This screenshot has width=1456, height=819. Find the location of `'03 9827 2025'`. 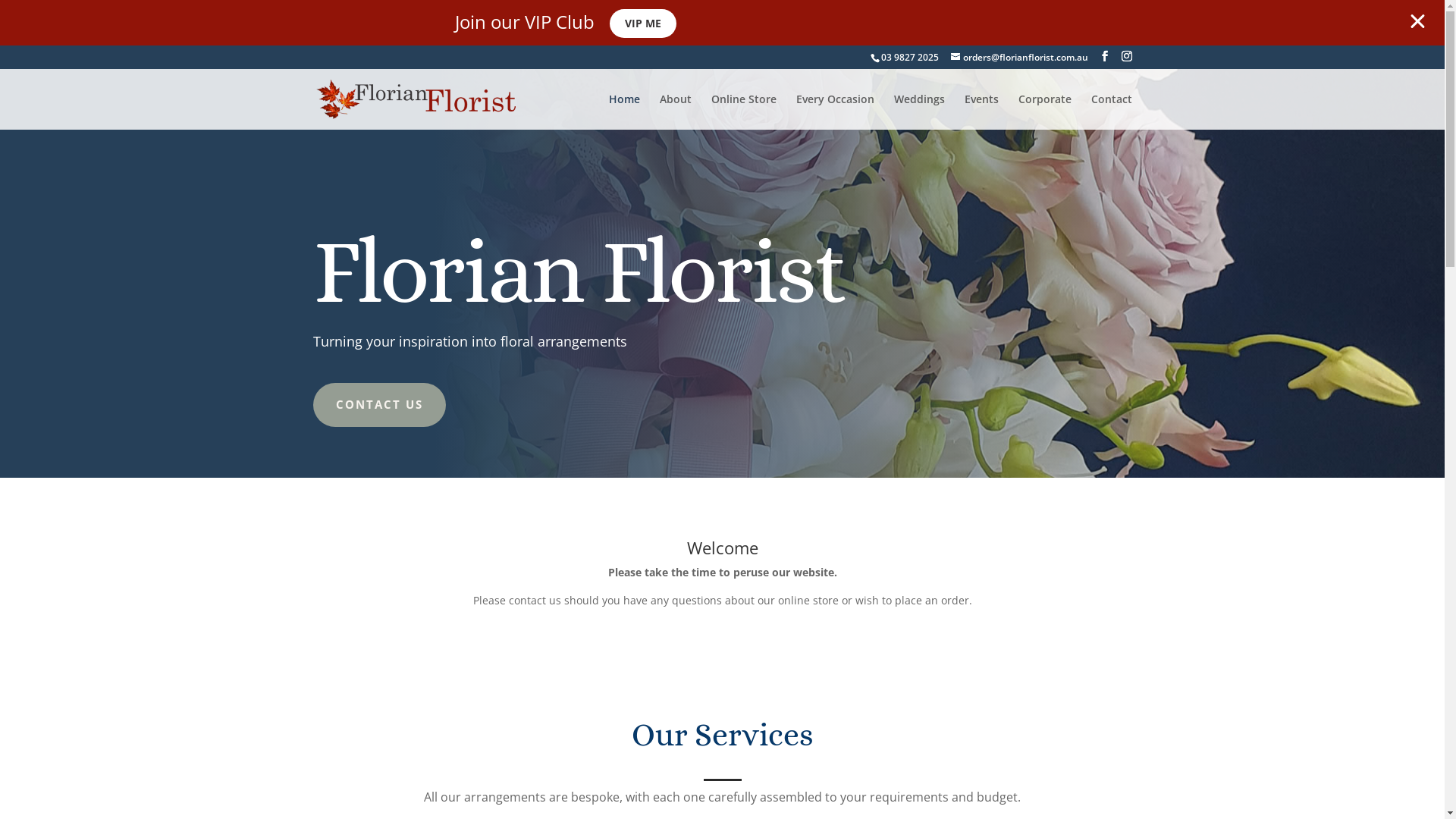

'03 9827 2025' is located at coordinates (880, 56).